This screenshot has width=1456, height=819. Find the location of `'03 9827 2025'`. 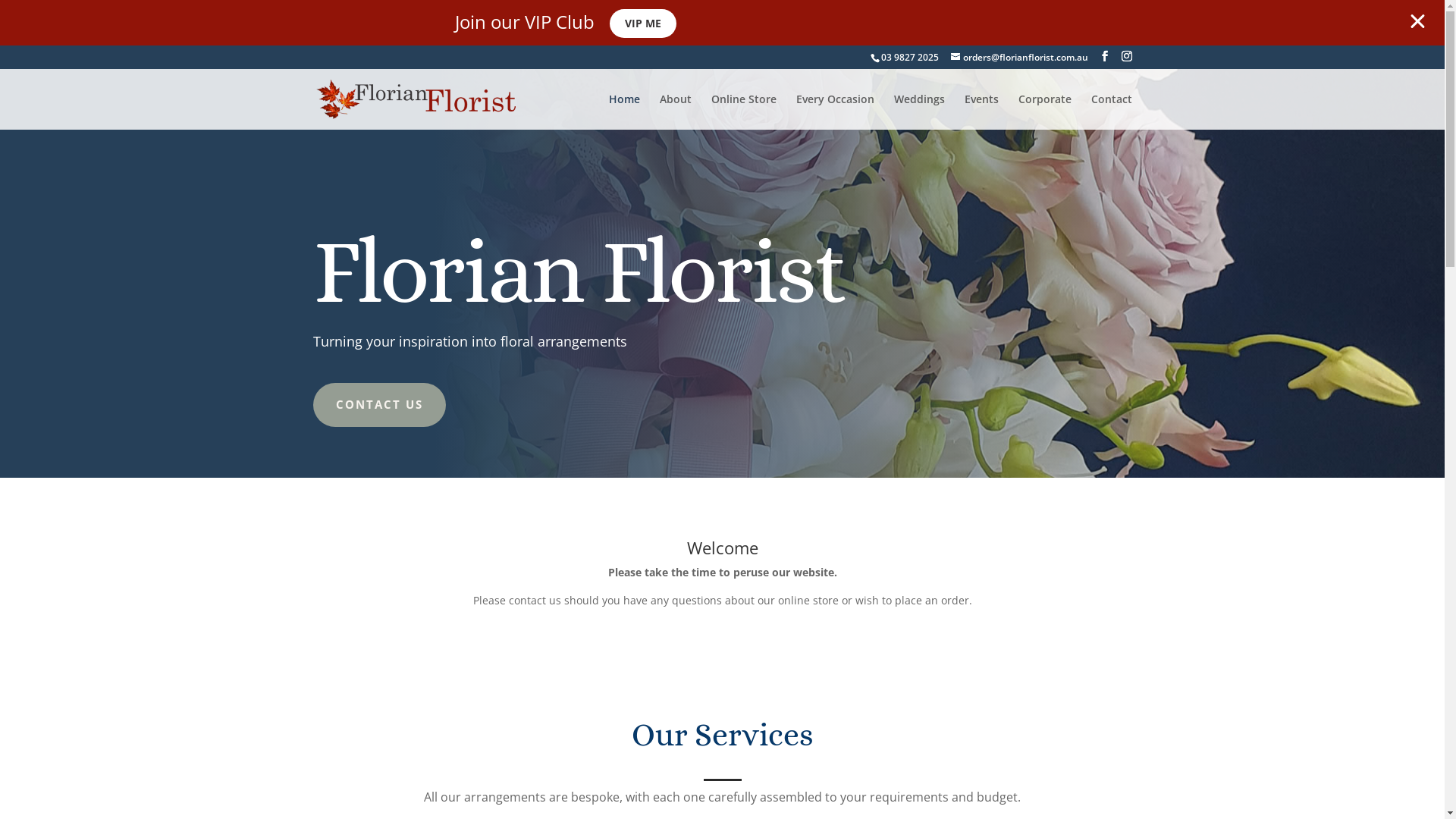

'03 9827 2025' is located at coordinates (880, 56).